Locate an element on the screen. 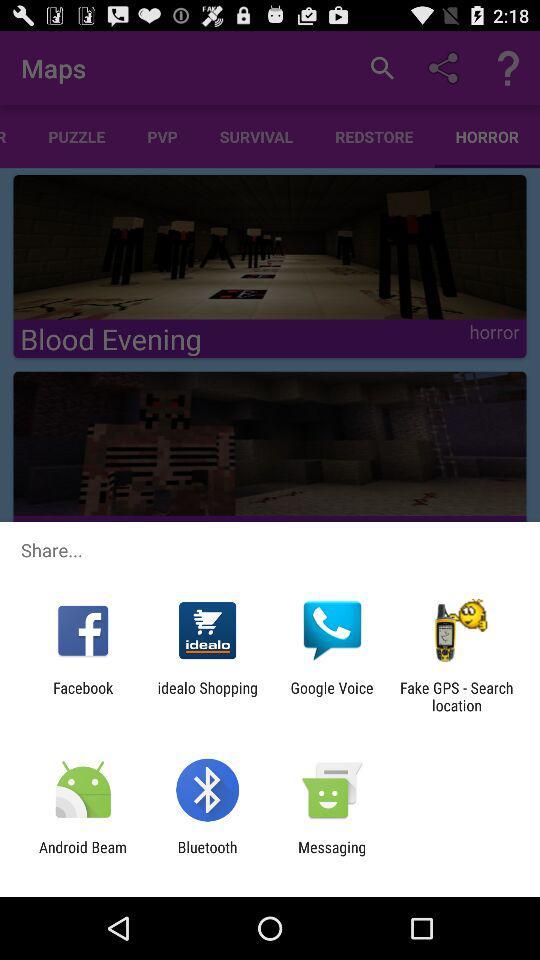  the idealo shopping icon is located at coordinates (206, 696).